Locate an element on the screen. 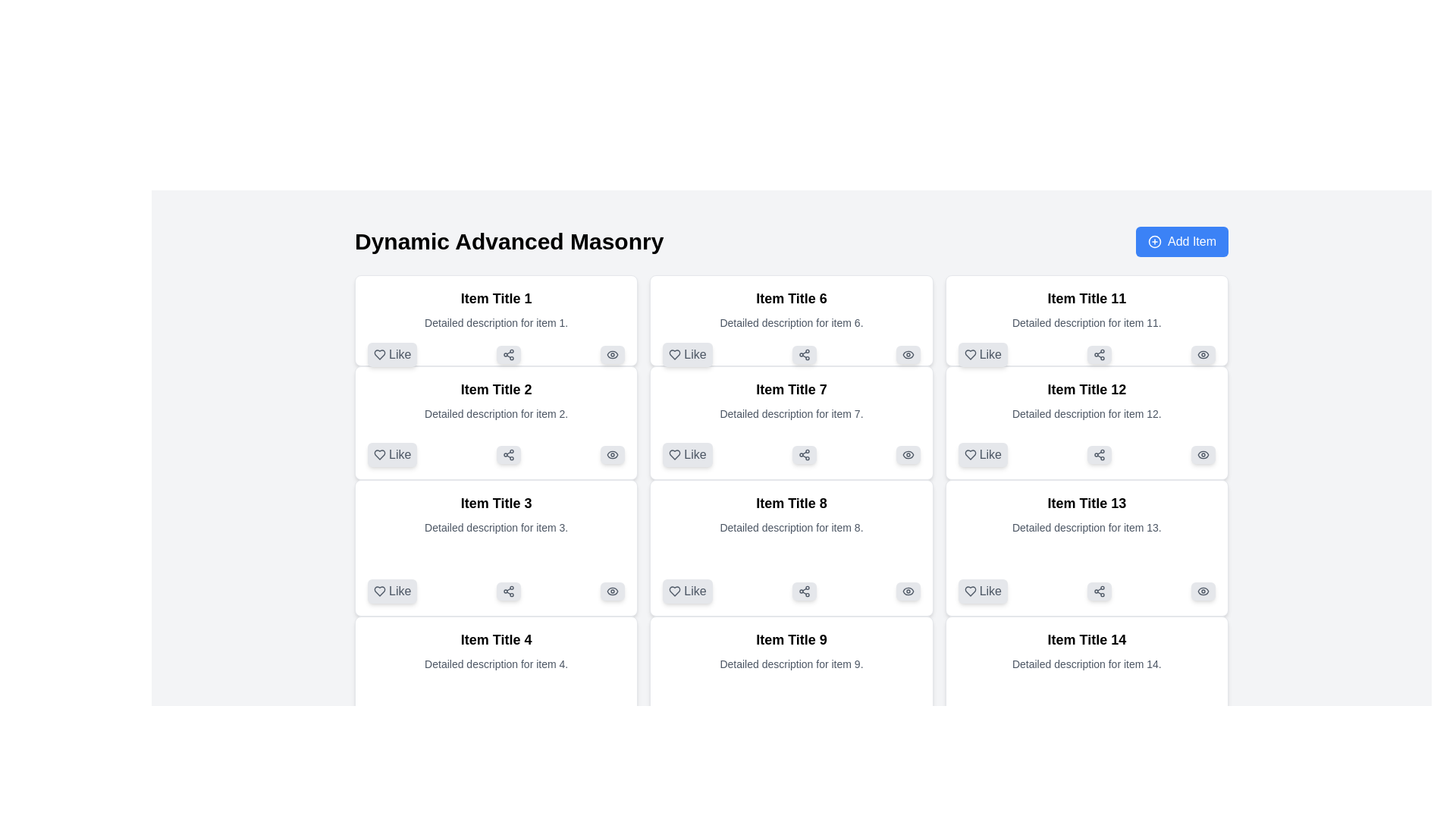 The image size is (1456, 819). the small, pill-shaped button with a gray background and an eye icon in the bottom-right corner of the card labeled 'Item Title 13' is located at coordinates (1203, 590).